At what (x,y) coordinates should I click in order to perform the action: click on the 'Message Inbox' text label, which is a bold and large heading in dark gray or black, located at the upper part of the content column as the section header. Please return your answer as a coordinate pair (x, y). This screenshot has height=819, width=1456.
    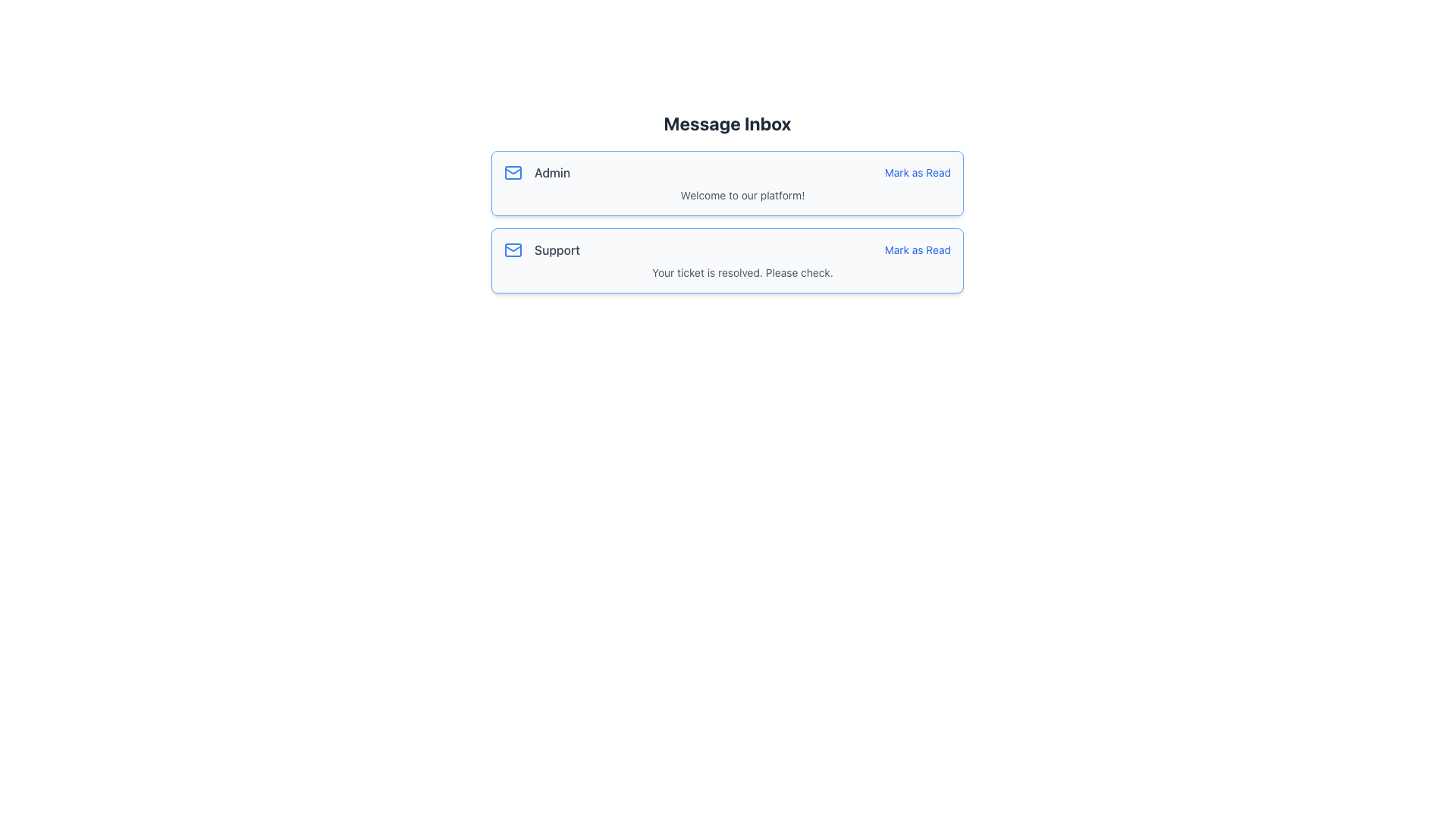
    Looking at the image, I should click on (726, 122).